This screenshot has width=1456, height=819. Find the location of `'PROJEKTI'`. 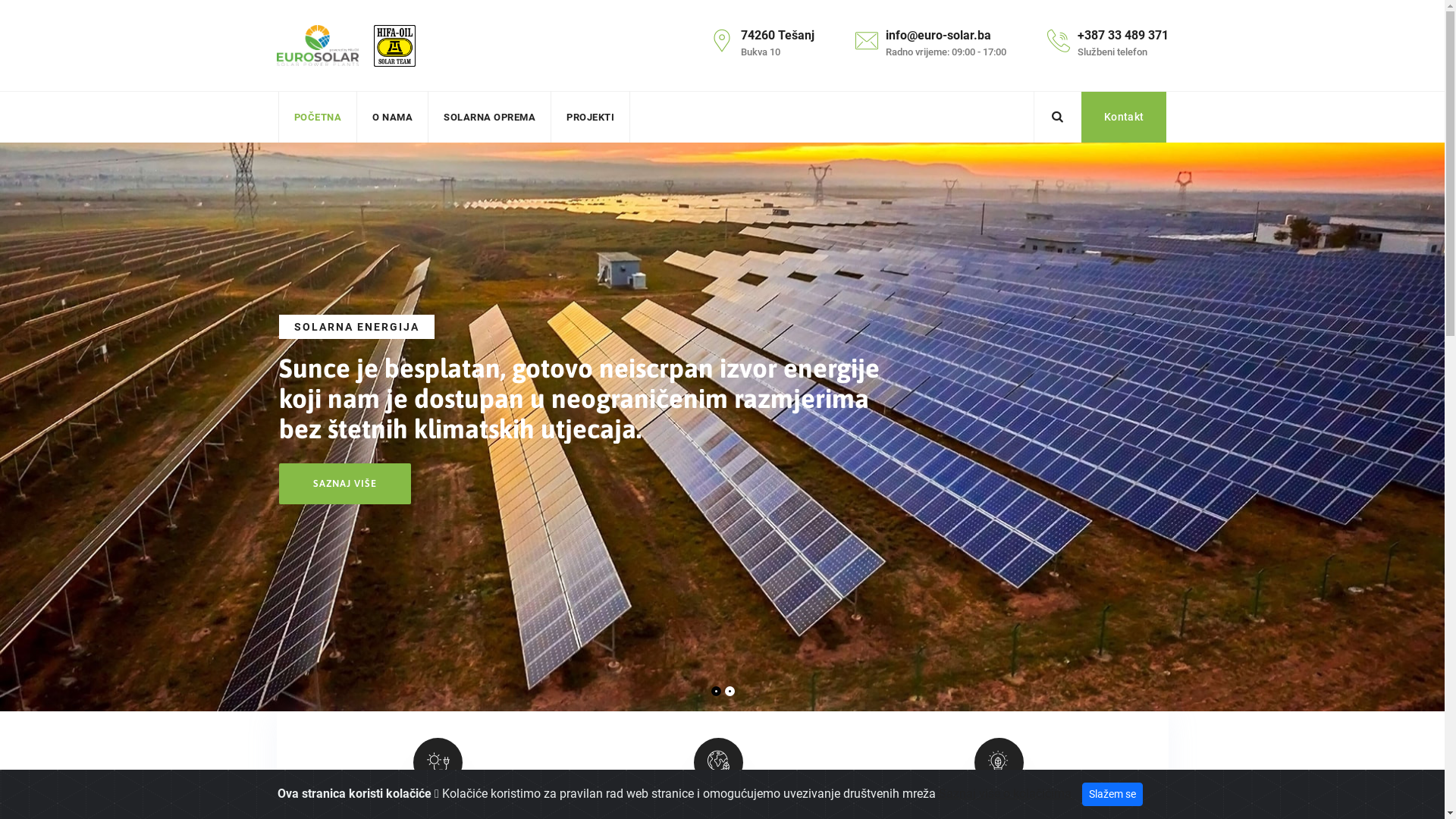

'PROJEKTI' is located at coordinates (589, 116).